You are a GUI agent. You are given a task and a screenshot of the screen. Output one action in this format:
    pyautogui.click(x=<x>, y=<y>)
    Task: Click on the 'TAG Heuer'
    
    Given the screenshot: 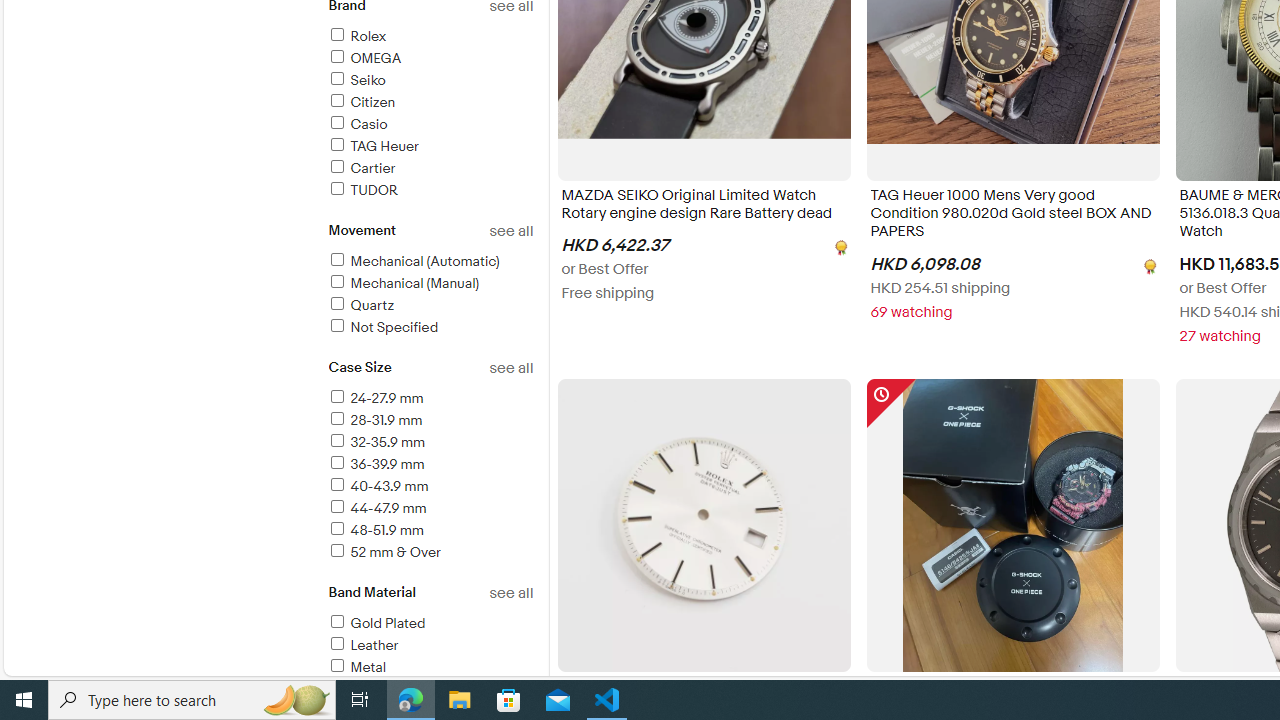 What is the action you would take?
    pyautogui.click(x=372, y=145)
    